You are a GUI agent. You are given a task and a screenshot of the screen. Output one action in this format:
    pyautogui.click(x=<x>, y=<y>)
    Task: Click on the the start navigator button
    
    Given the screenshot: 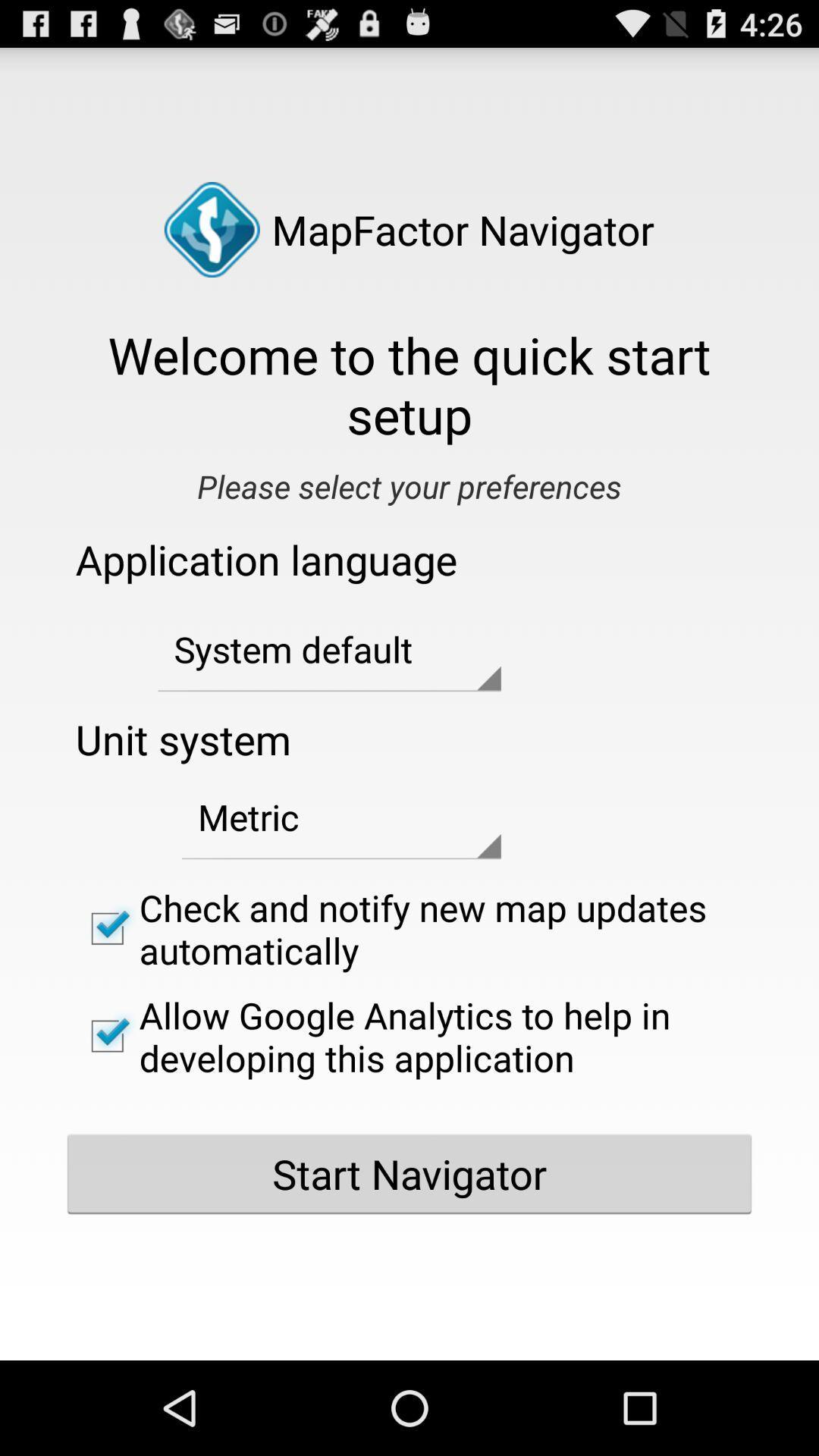 What is the action you would take?
    pyautogui.click(x=409, y=1173)
    